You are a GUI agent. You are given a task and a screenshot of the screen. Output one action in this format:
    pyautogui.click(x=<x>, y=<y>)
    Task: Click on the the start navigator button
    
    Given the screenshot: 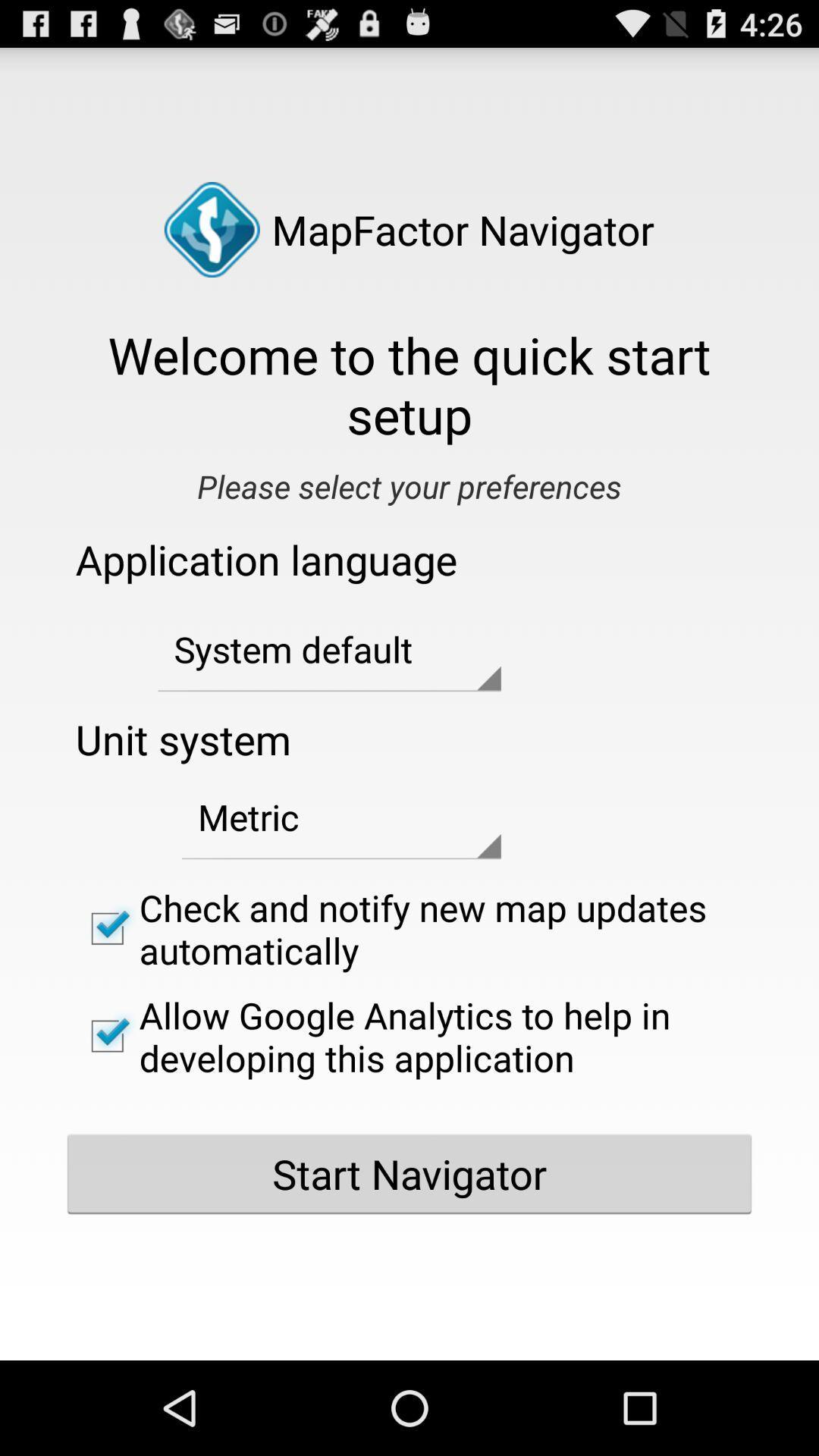 What is the action you would take?
    pyautogui.click(x=409, y=1173)
    